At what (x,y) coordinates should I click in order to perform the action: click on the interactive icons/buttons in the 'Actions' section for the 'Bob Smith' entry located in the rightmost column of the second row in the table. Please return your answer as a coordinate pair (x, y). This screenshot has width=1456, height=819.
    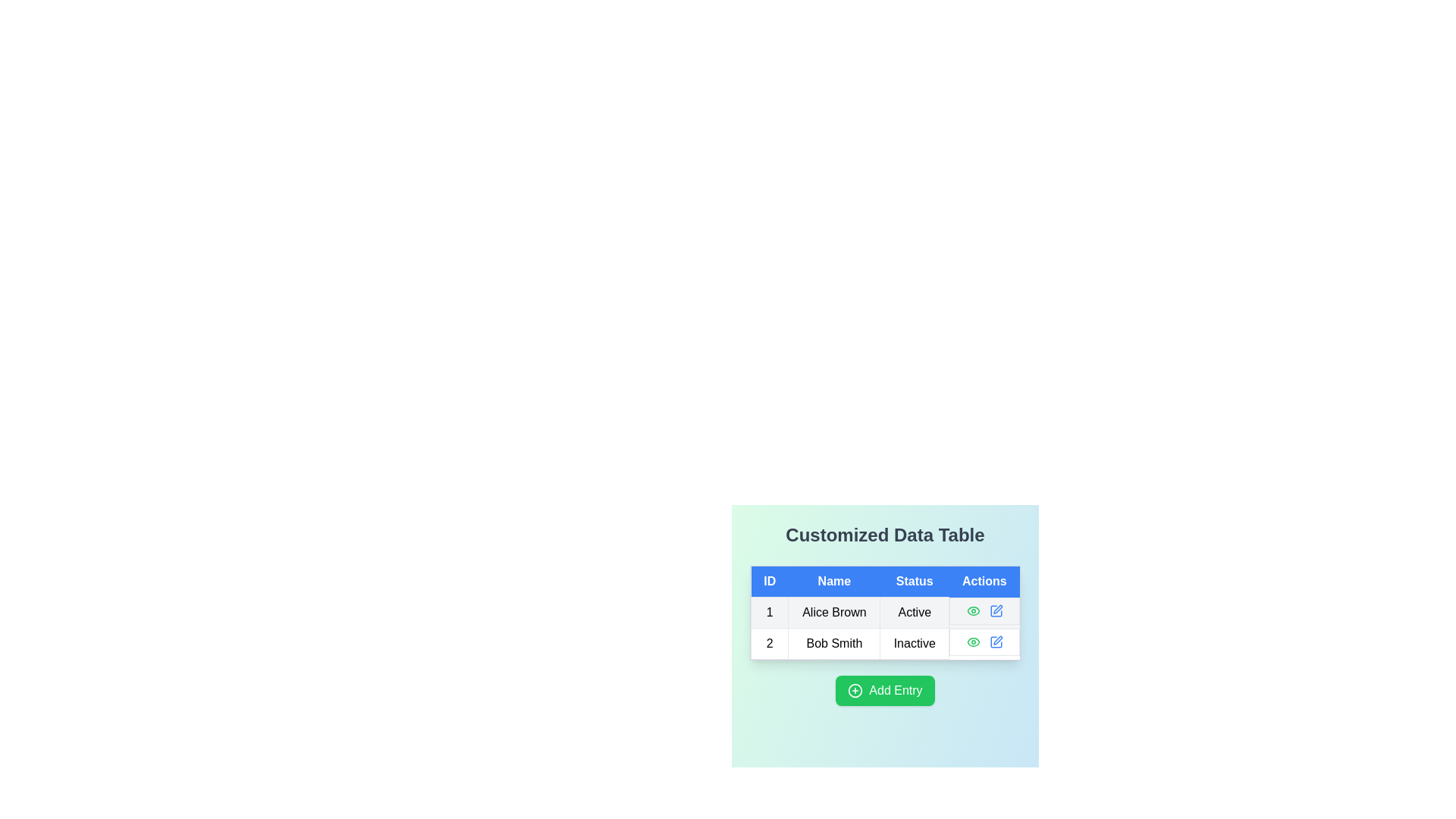
    Looking at the image, I should click on (984, 642).